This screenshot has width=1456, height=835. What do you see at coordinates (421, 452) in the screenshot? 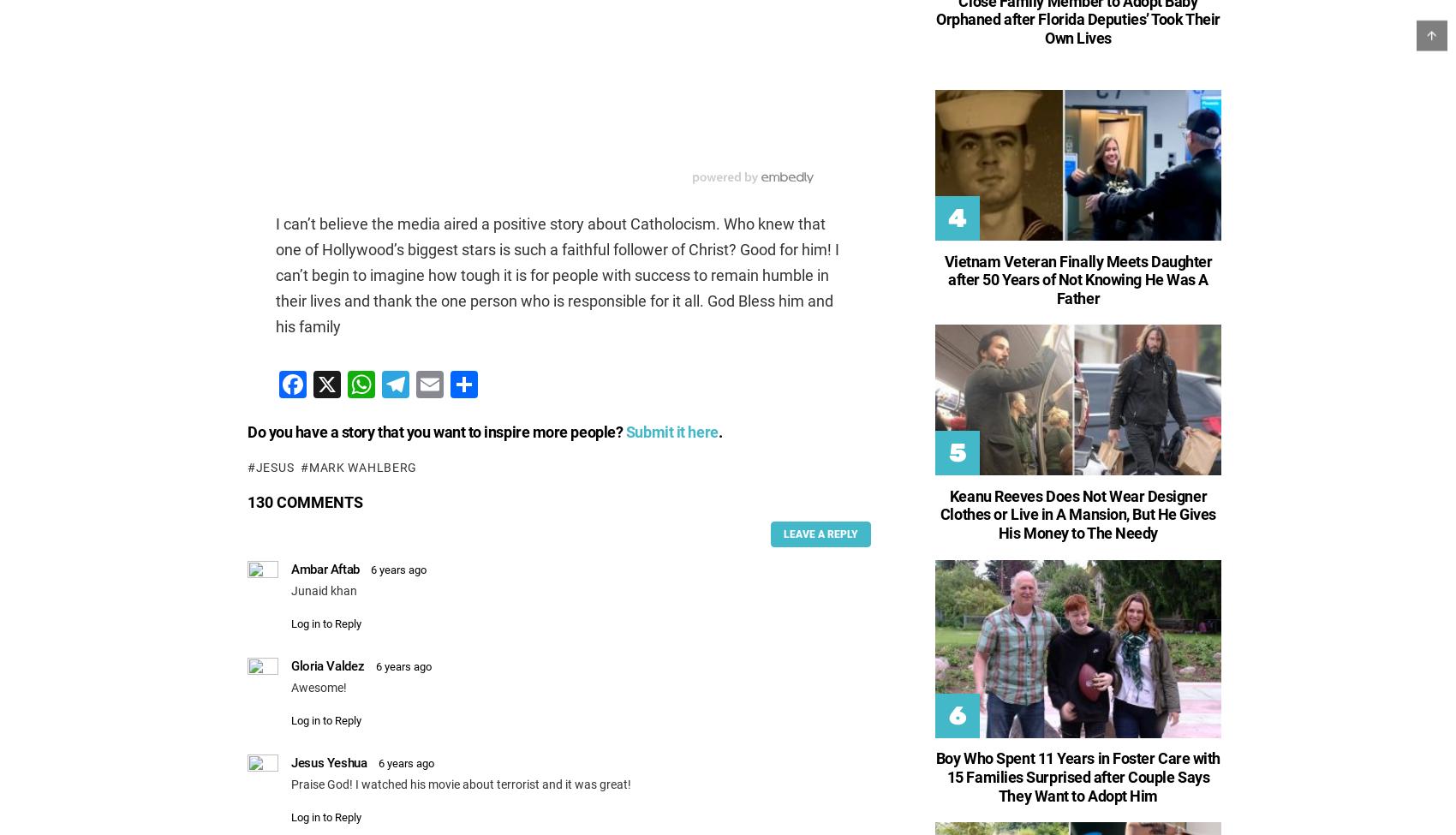
I see `'Telegram'` at bounding box center [421, 452].